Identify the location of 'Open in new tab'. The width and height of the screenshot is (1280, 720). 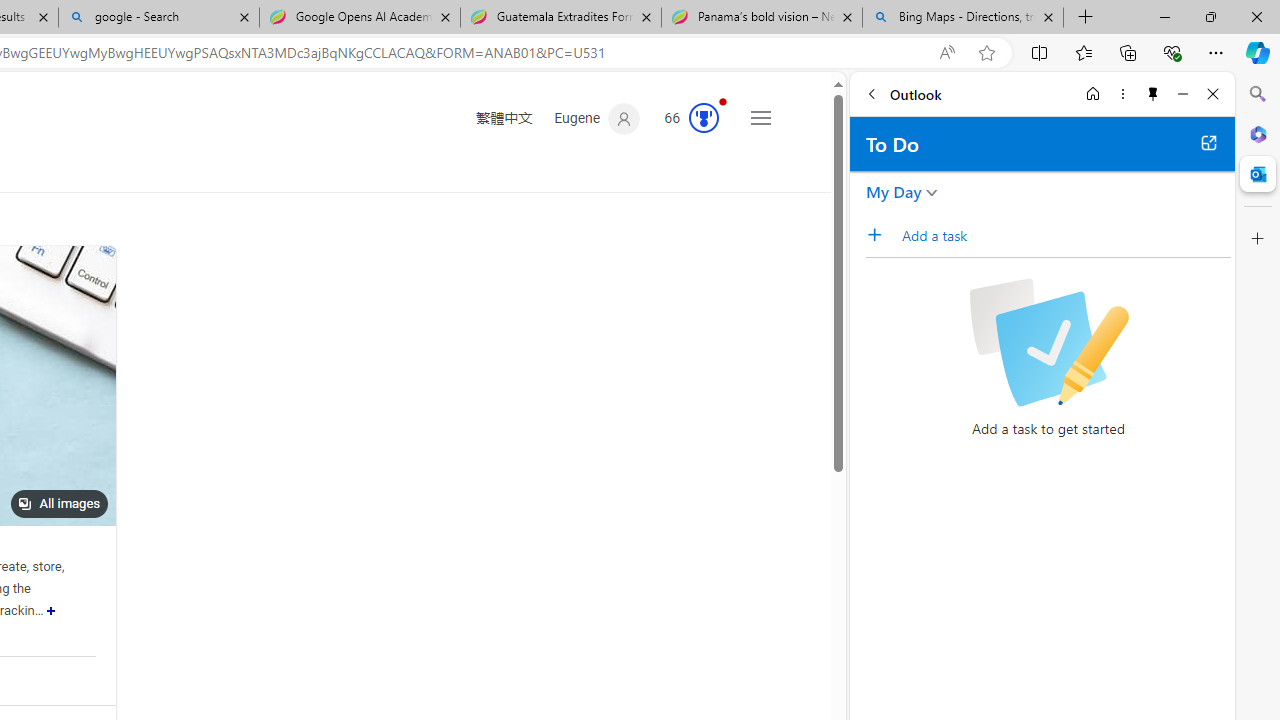
(1207, 141).